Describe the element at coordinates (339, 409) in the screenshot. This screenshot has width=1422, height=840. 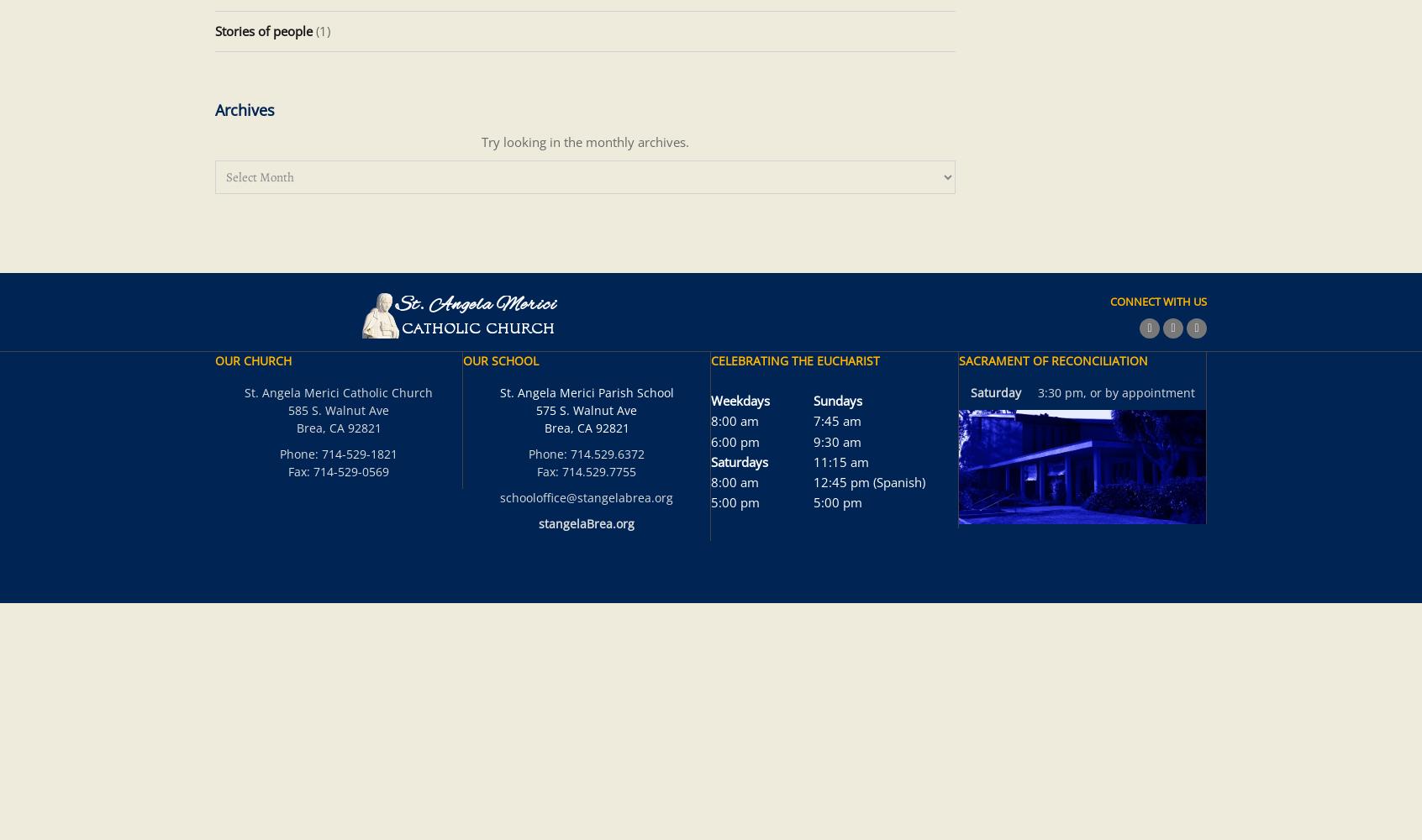
I see `'585 S. Walnut Ave'` at that location.